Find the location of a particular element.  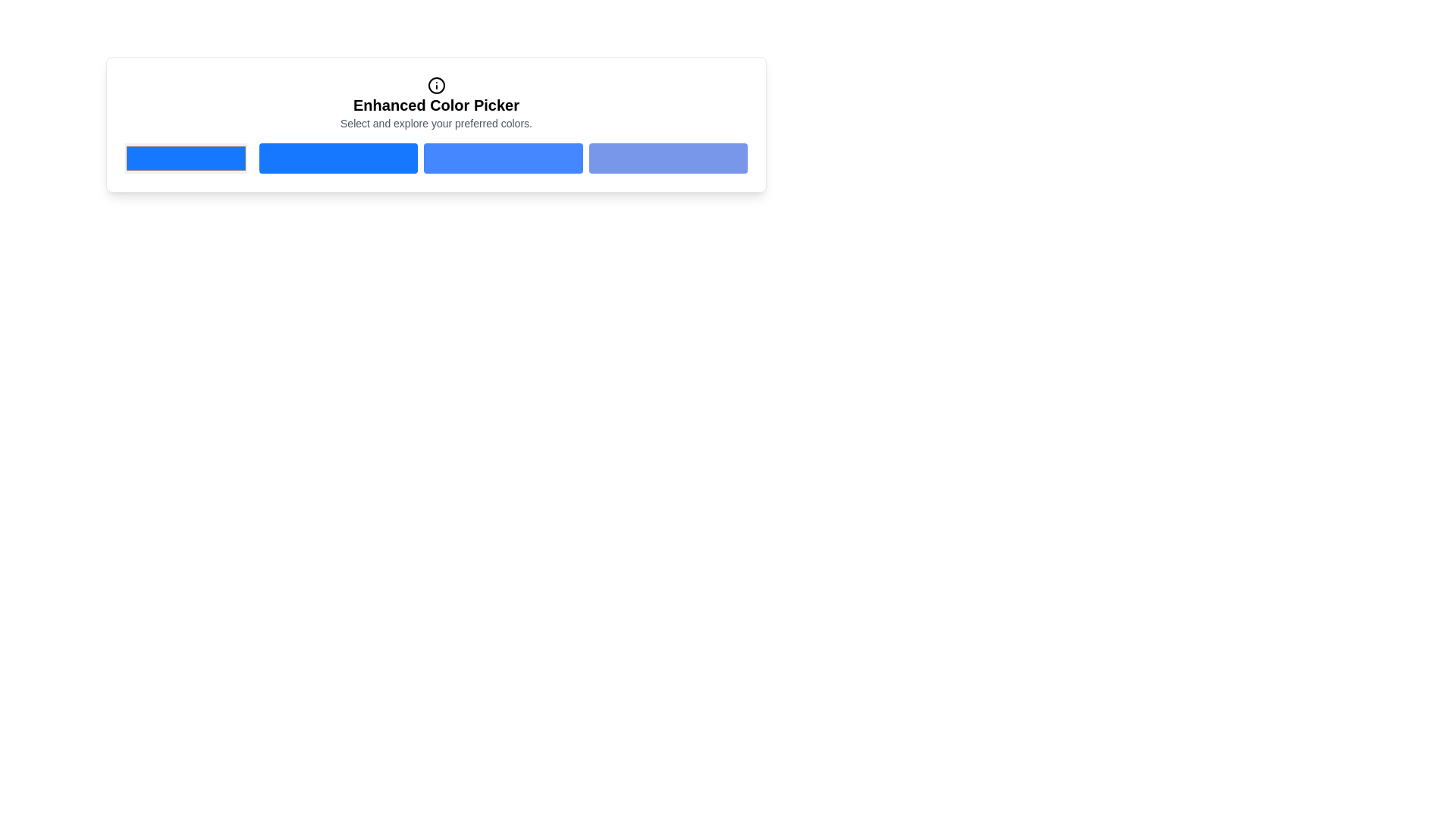

the innermost circle of the SVG graphic located directly above the 'Enhanced Color Picker' text in the header area is located at coordinates (435, 85).